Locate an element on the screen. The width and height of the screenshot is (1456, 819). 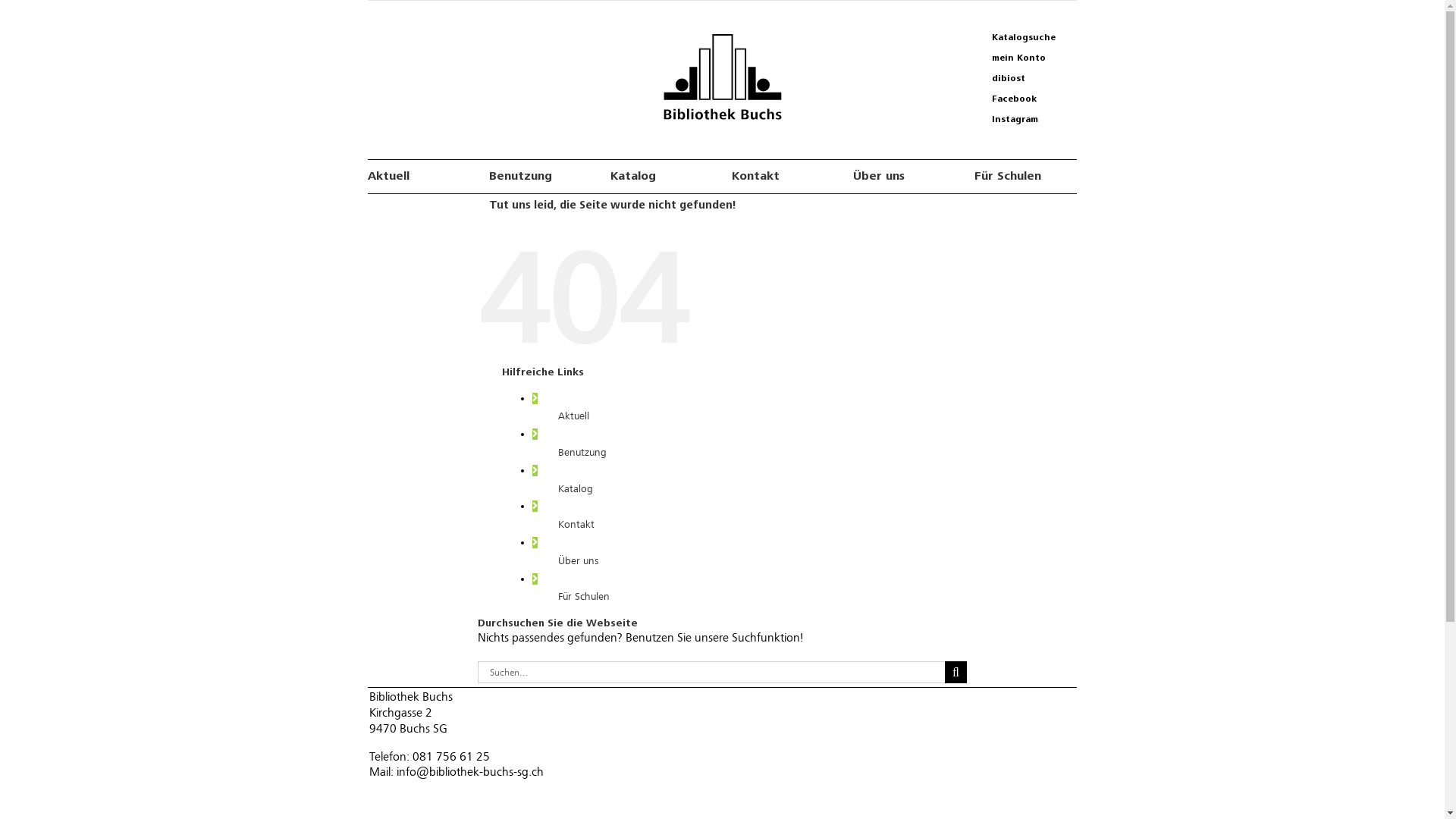
'Instagram' is located at coordinates (1023, 119).